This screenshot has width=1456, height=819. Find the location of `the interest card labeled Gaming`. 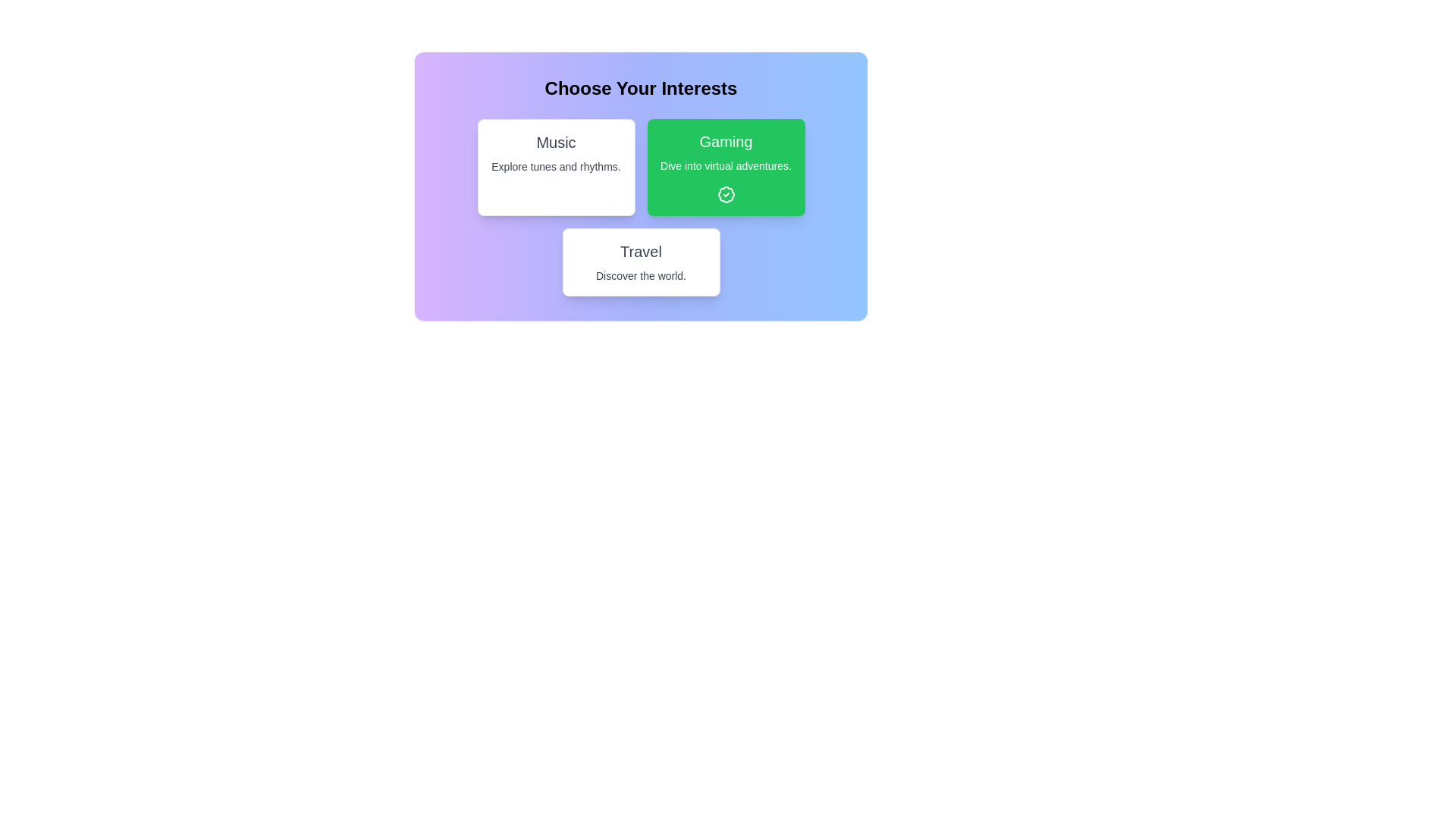

the interest card labeled Gaming is located at coordinates (725, 167).